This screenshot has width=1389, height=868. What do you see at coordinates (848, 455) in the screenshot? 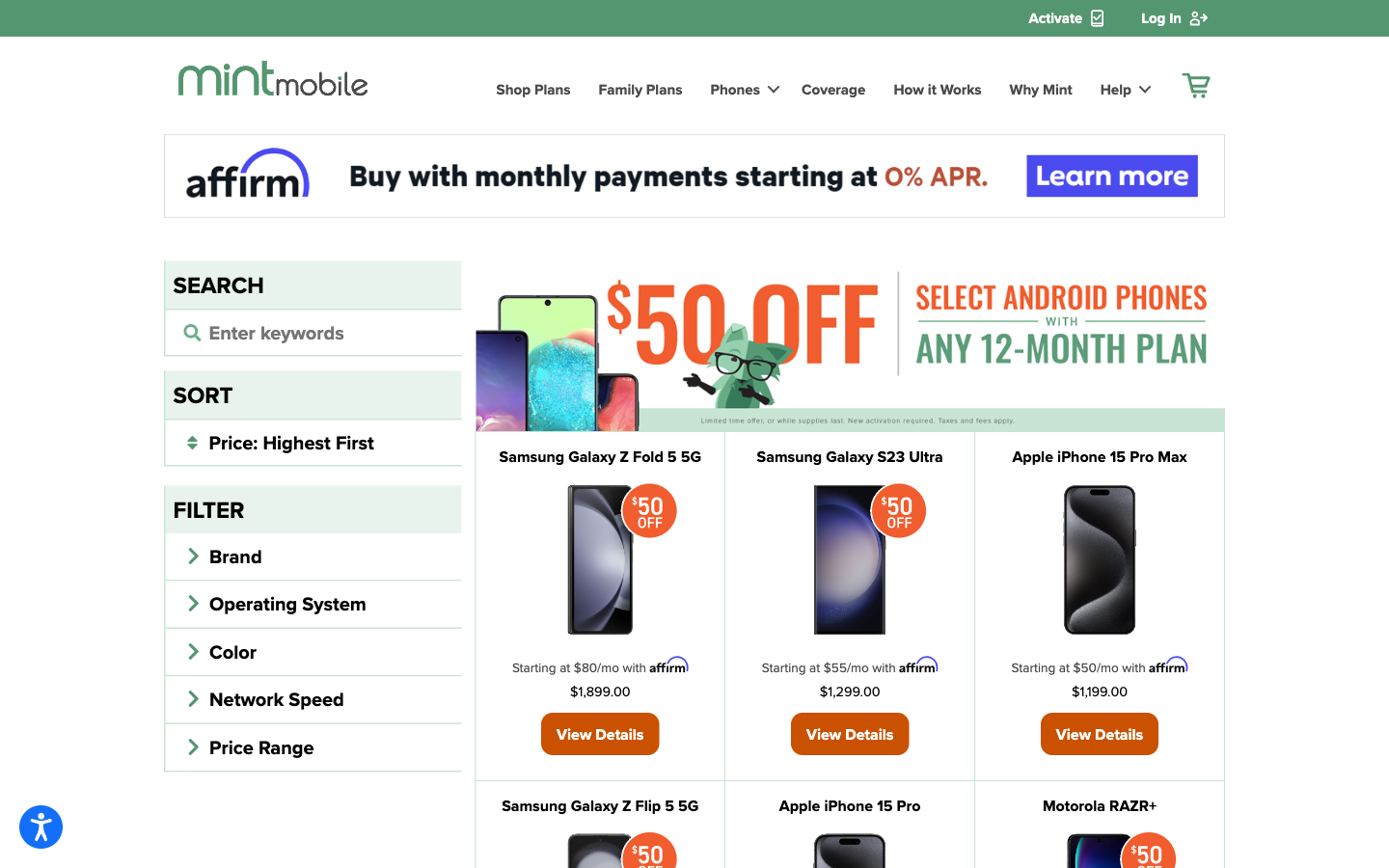
I see `Samsung Galaxy Phone Page` at bounding box center [848, 455].